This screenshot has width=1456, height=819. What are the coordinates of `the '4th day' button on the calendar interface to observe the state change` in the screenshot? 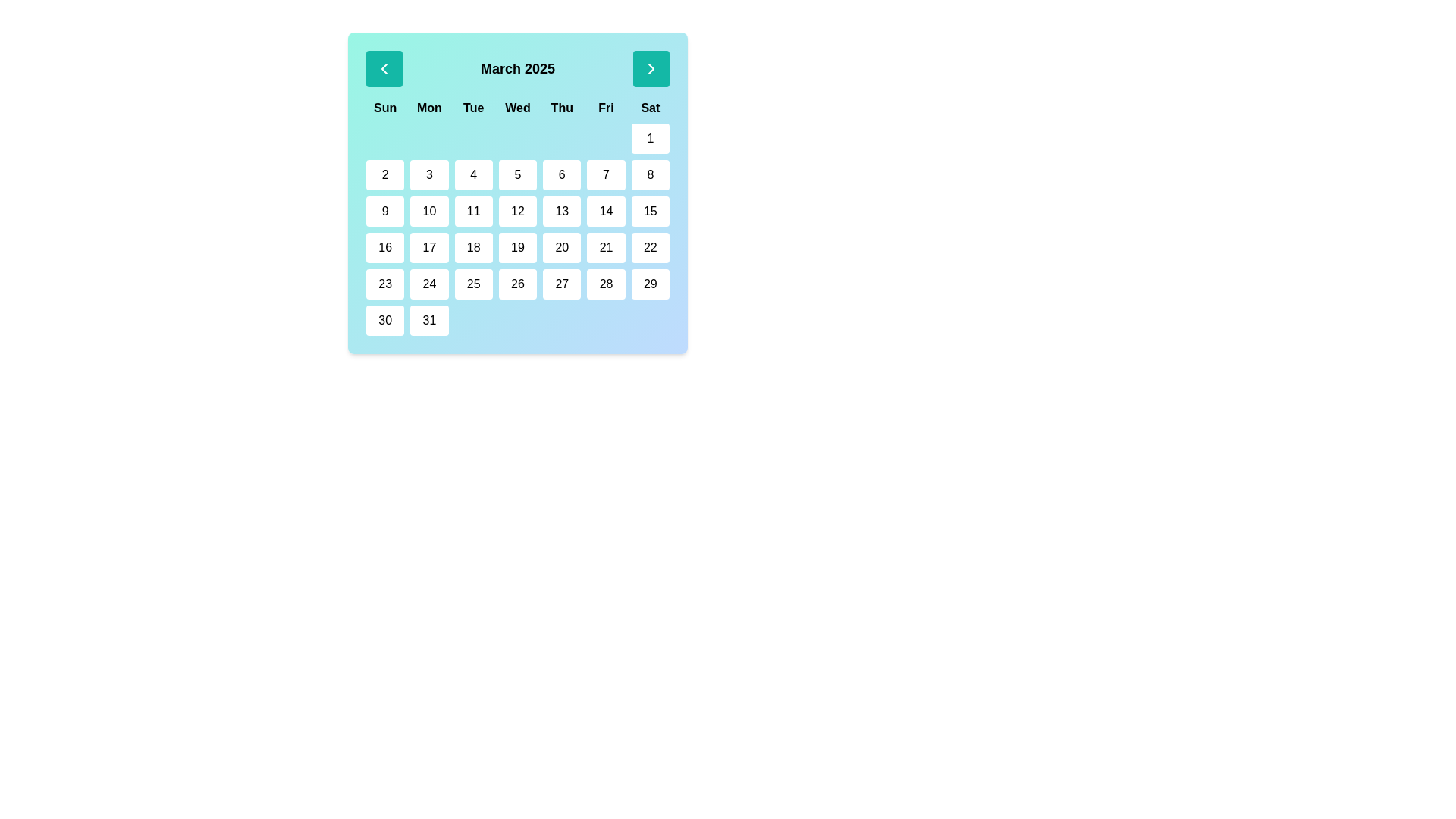 It's located at (472, 174).